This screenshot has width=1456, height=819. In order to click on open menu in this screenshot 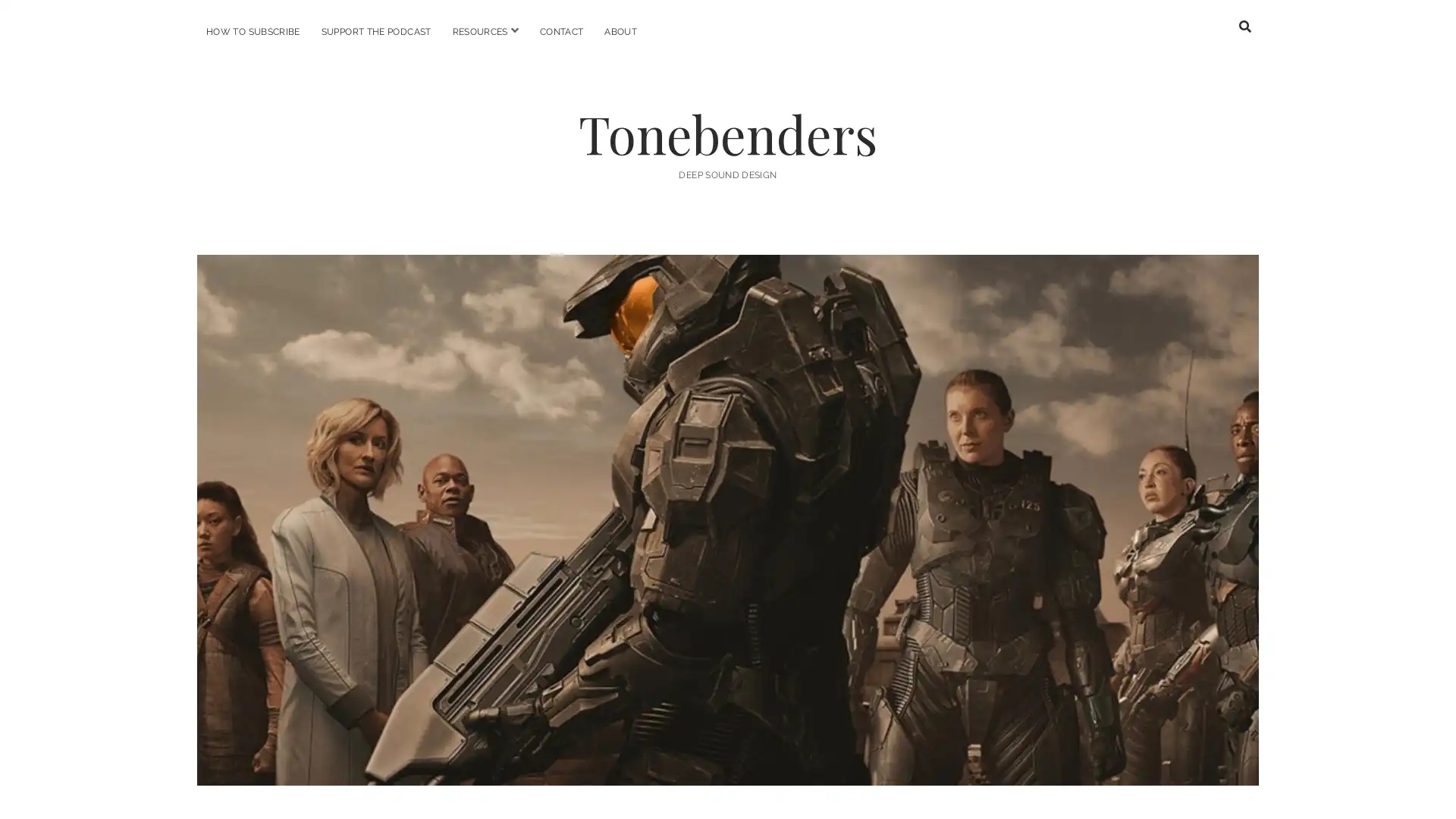, I will do `click(513, 30)`.